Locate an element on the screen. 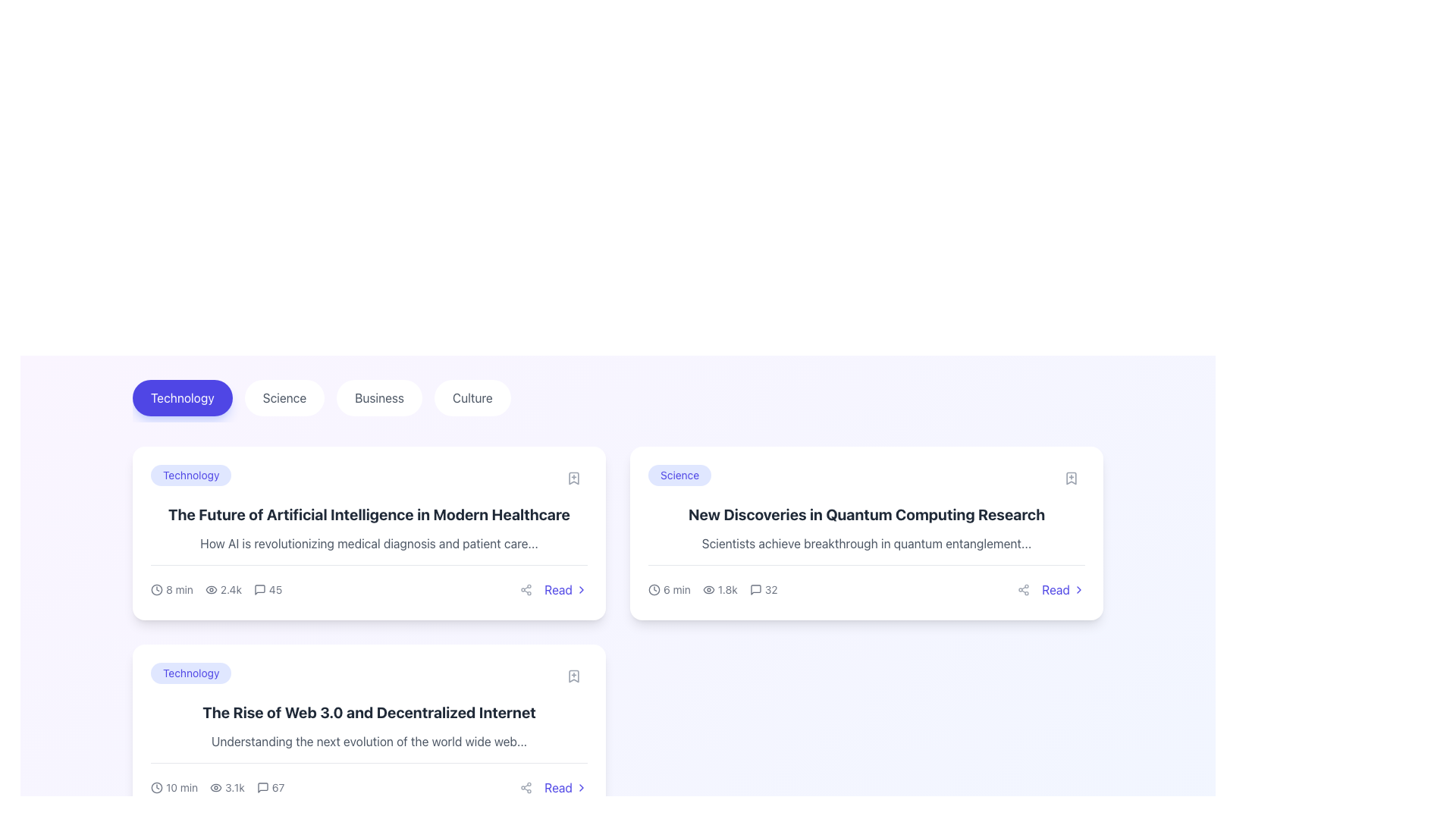 The image size is (1456, 819). the second button in the navigation bar is located at coordinates (284, 397).